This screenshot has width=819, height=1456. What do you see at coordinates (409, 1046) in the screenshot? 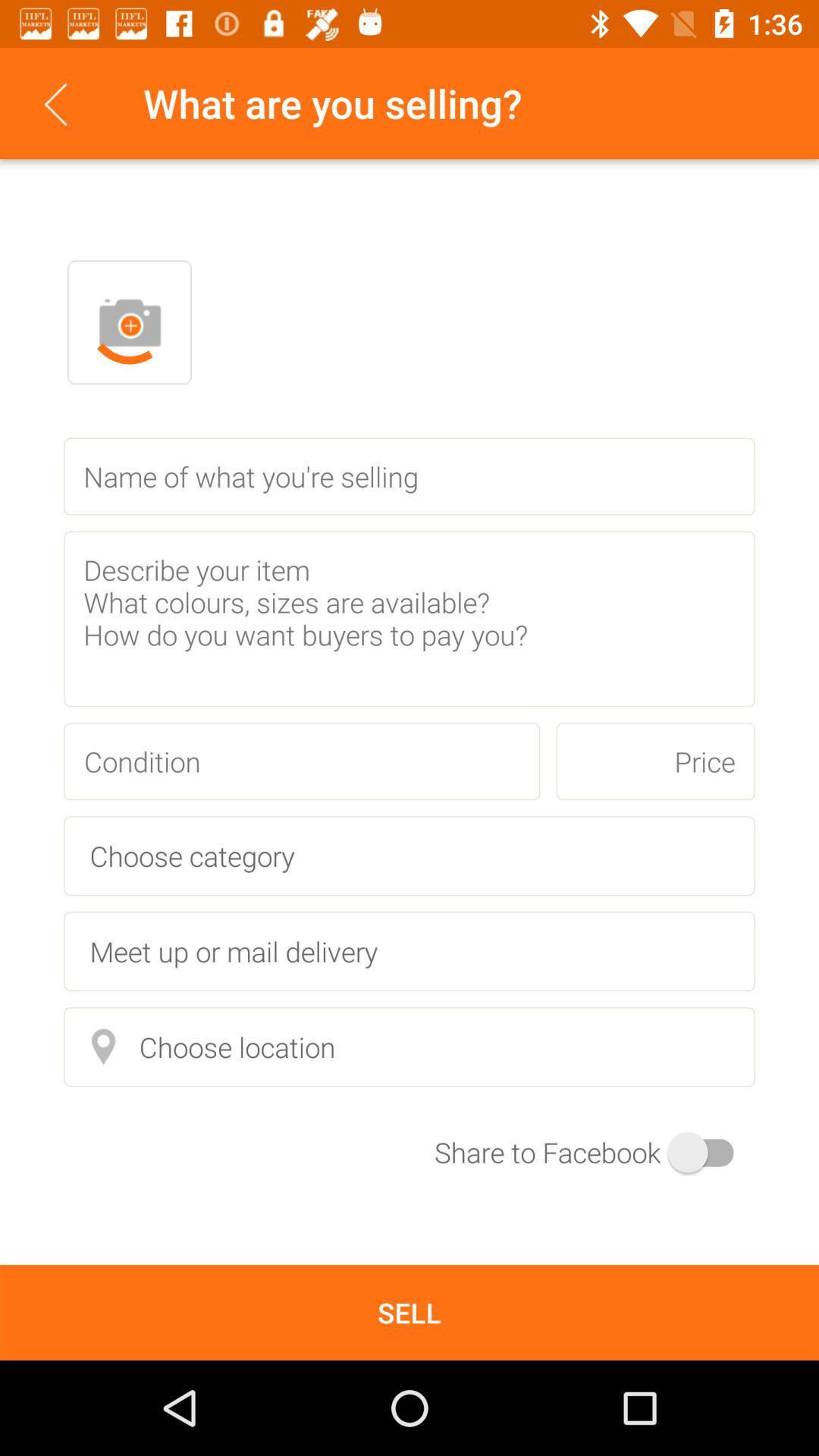
I see `choose location` at bounding box center [409, 1046].